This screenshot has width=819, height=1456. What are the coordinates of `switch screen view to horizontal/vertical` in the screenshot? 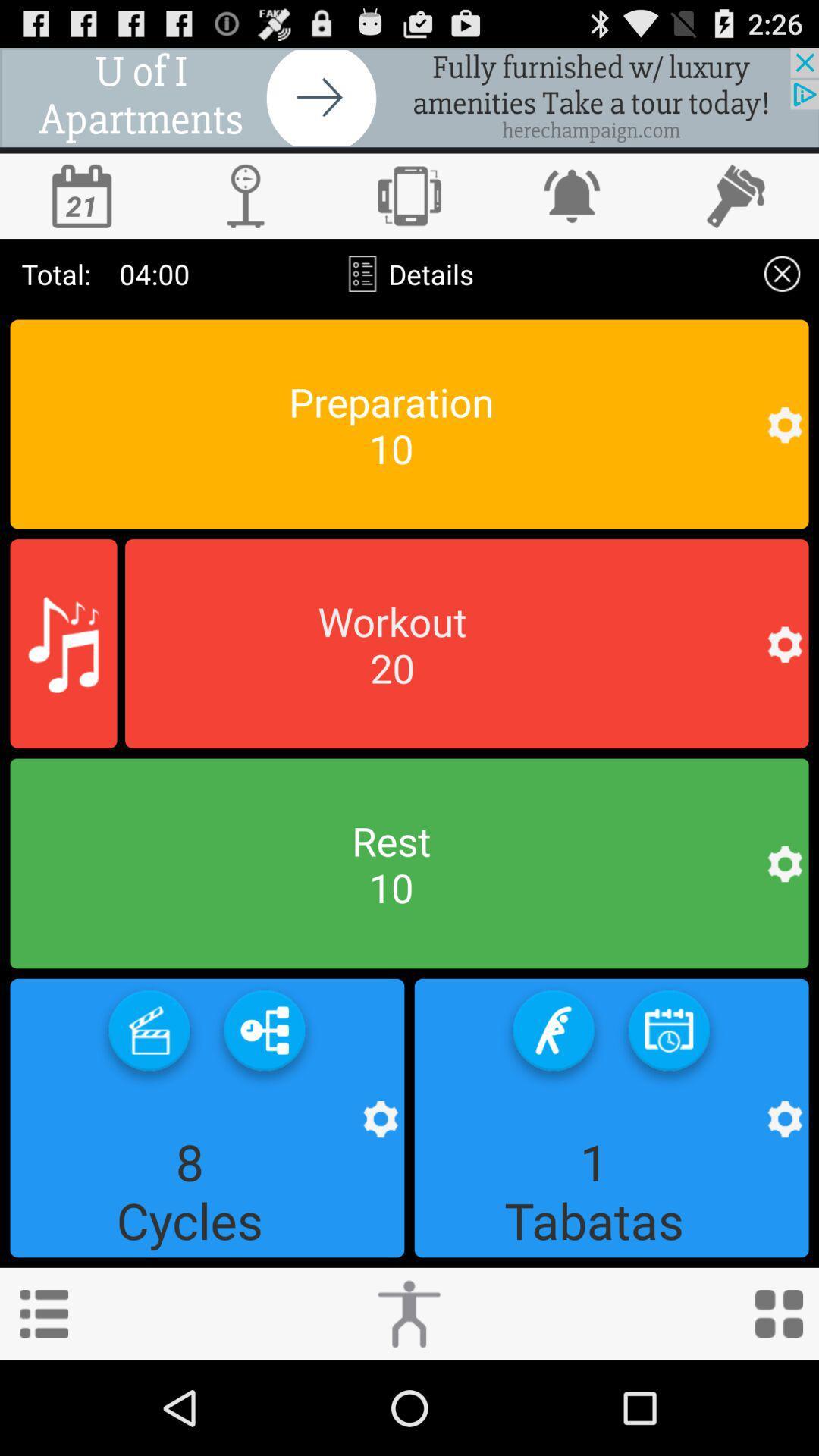 It's located at (409, 195).